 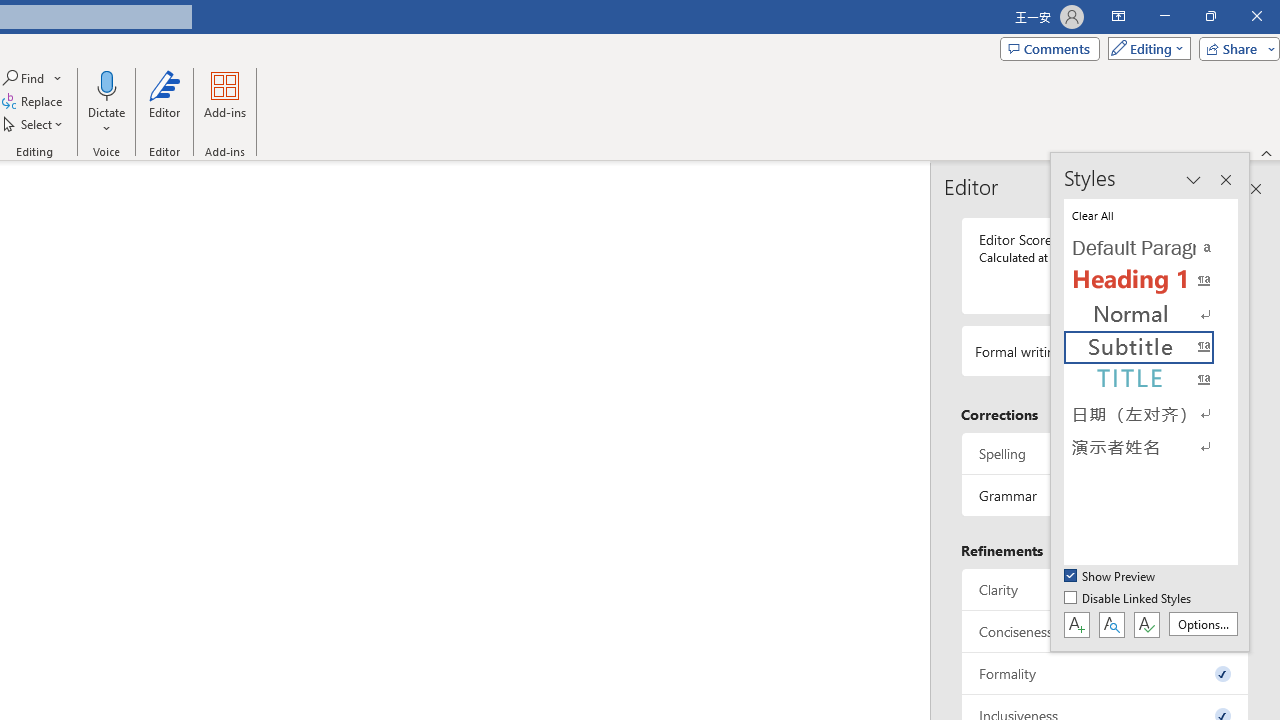 I want to click on 'Class: NetUIButton', so click(x=1146, y=623).